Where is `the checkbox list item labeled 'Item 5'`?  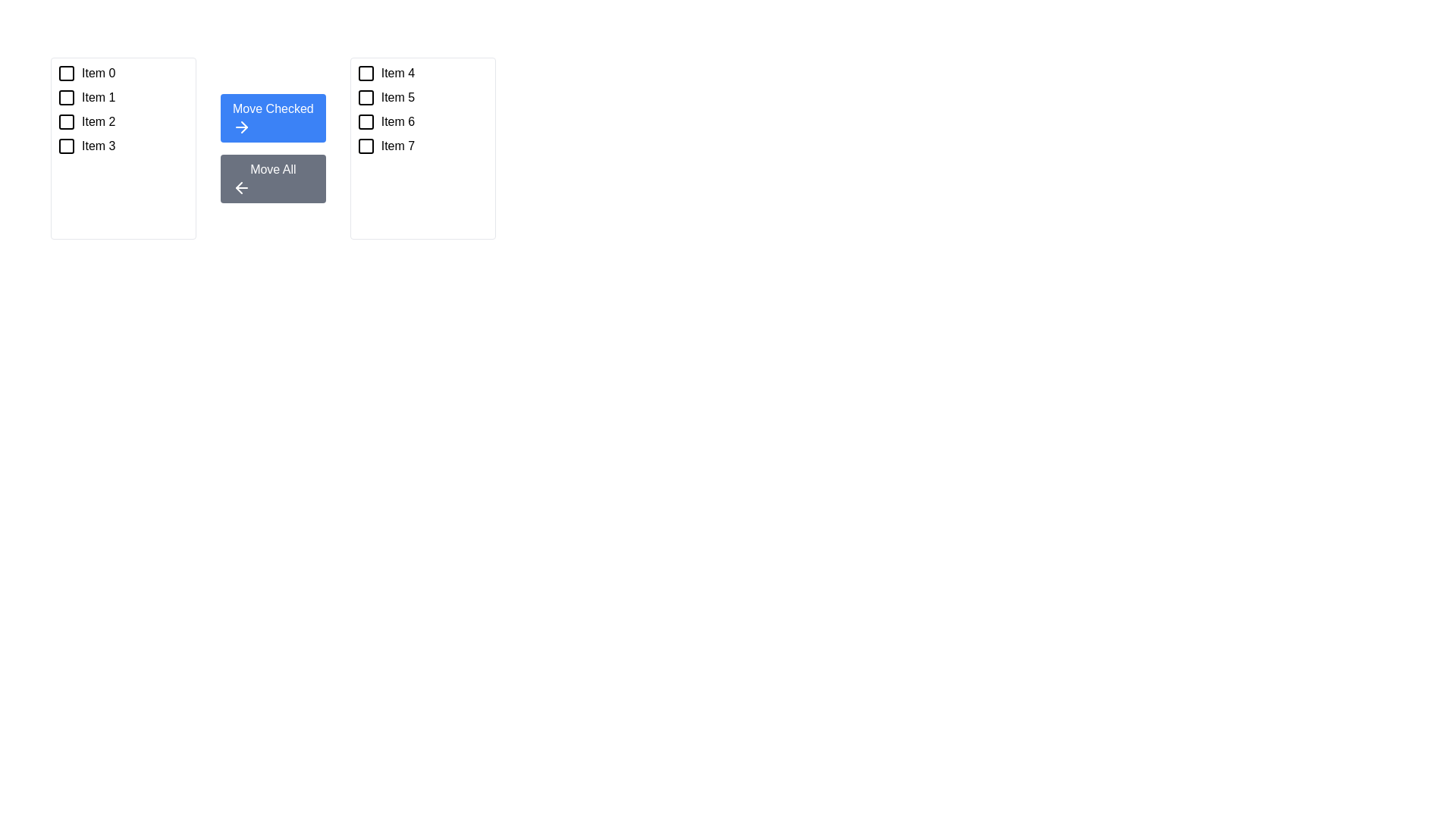
the checkbox list item labeled 'Item 5' is located at coordinates (422, 97).